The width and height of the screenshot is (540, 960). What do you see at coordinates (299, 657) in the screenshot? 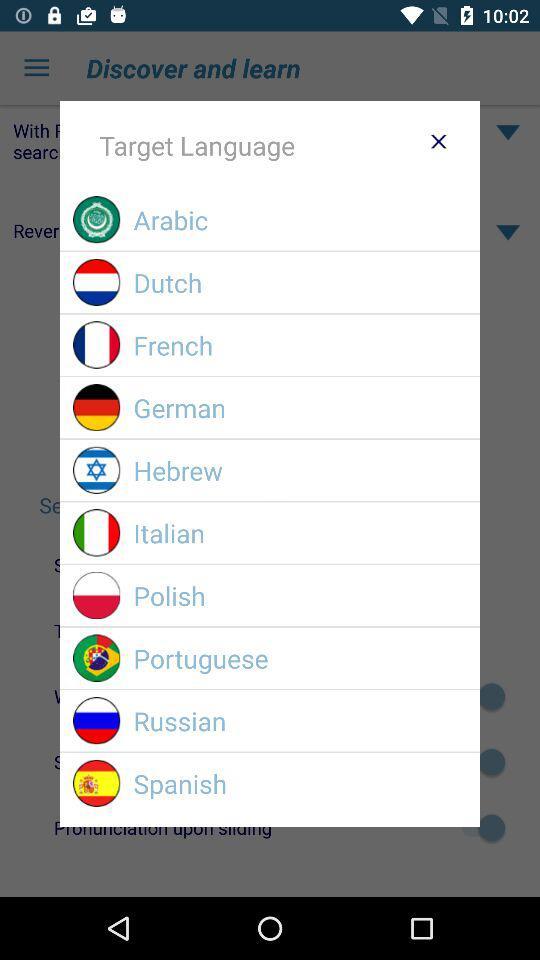
I see `the portuguese icon` at bounding box center [299, 657].